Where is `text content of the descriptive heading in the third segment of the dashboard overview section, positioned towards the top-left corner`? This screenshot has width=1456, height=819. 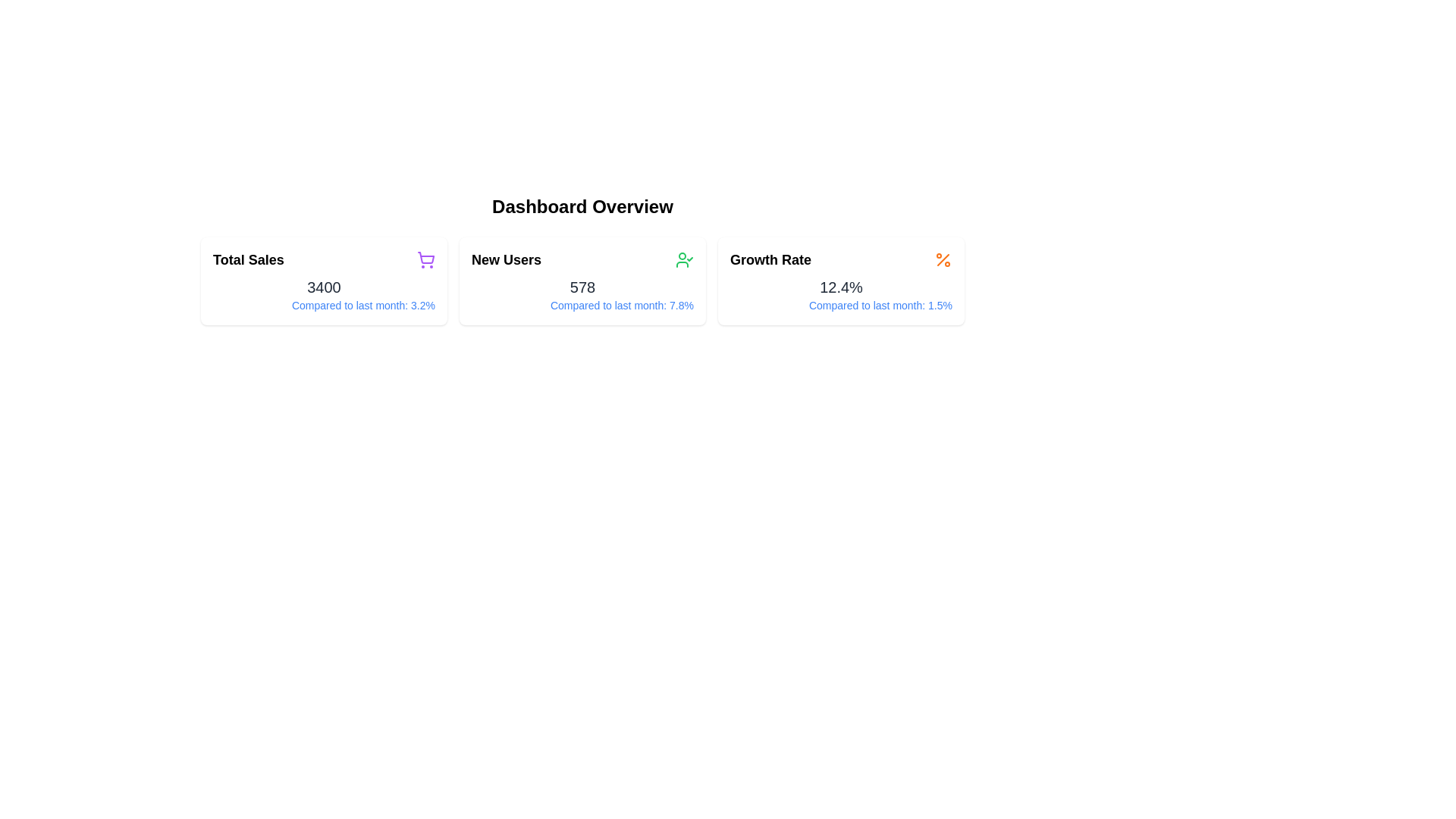
text content of the descriptive heading in the third segment of the dashboard overview section, positioned towards the top-left corner is located at coordinates (770, 259).